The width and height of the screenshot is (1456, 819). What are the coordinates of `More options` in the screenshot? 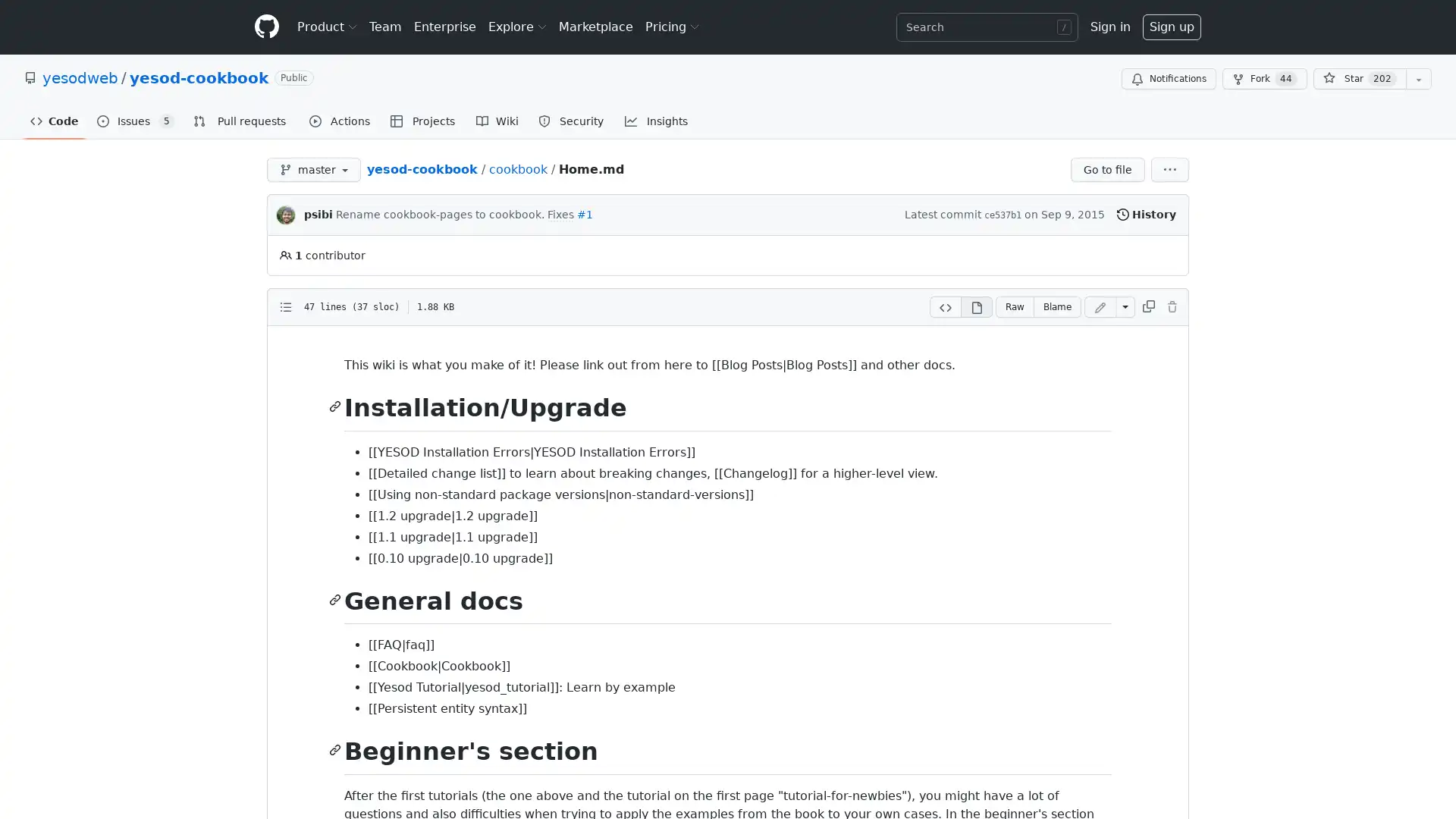 It's located at (1169, 169).